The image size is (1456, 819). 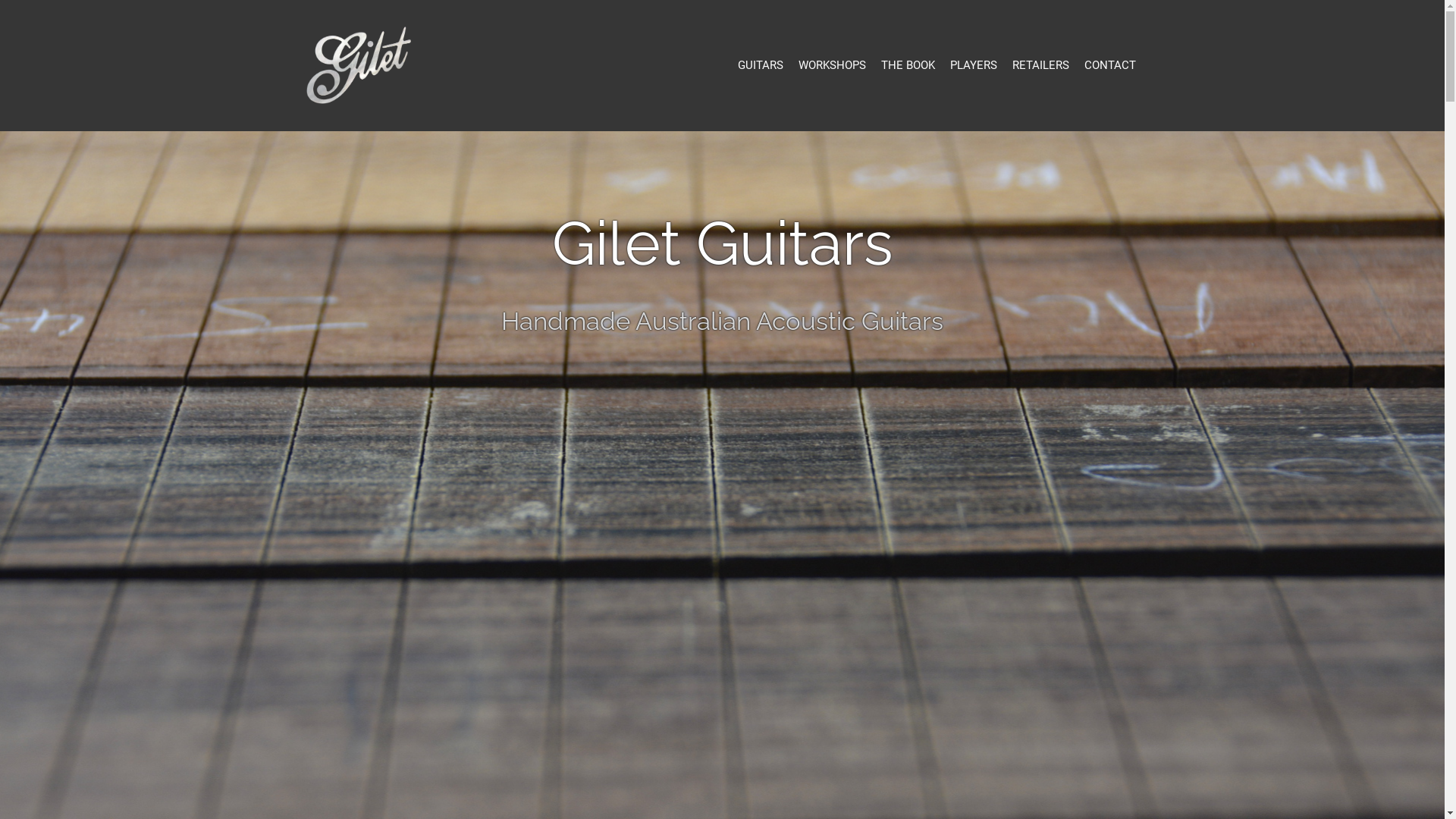 What do you see at coordinates (760, 64) in the screenshot?
I see `'GUITARS'` at bounding box center [760, 64].